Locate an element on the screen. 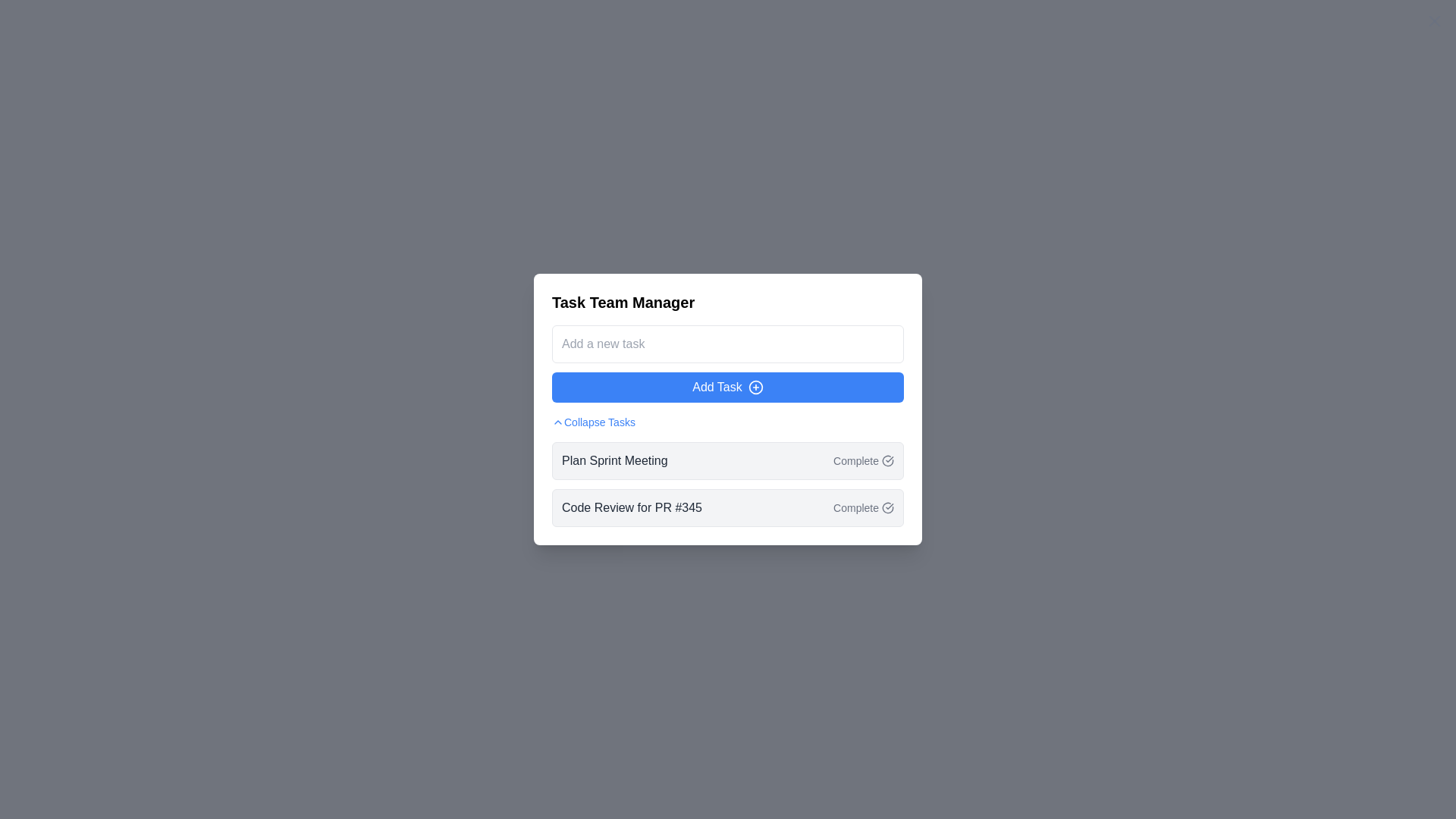  the button with text and icon located to the right of the 'Plan Sprint Meeting' text to mark a task as complete is located at coordinates (863, 460).